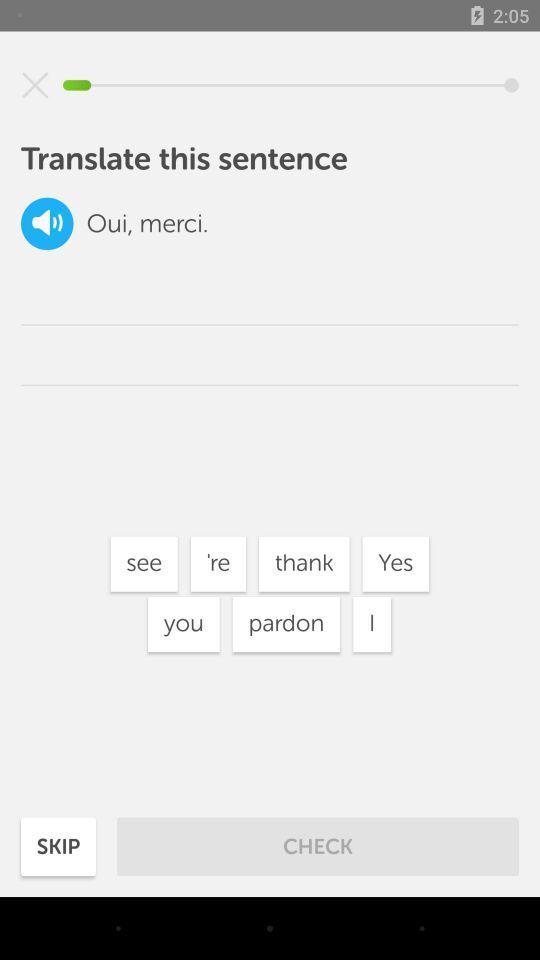 The height and width of the screenshot is (960, 540). I want to click on page, so click(35, 85).